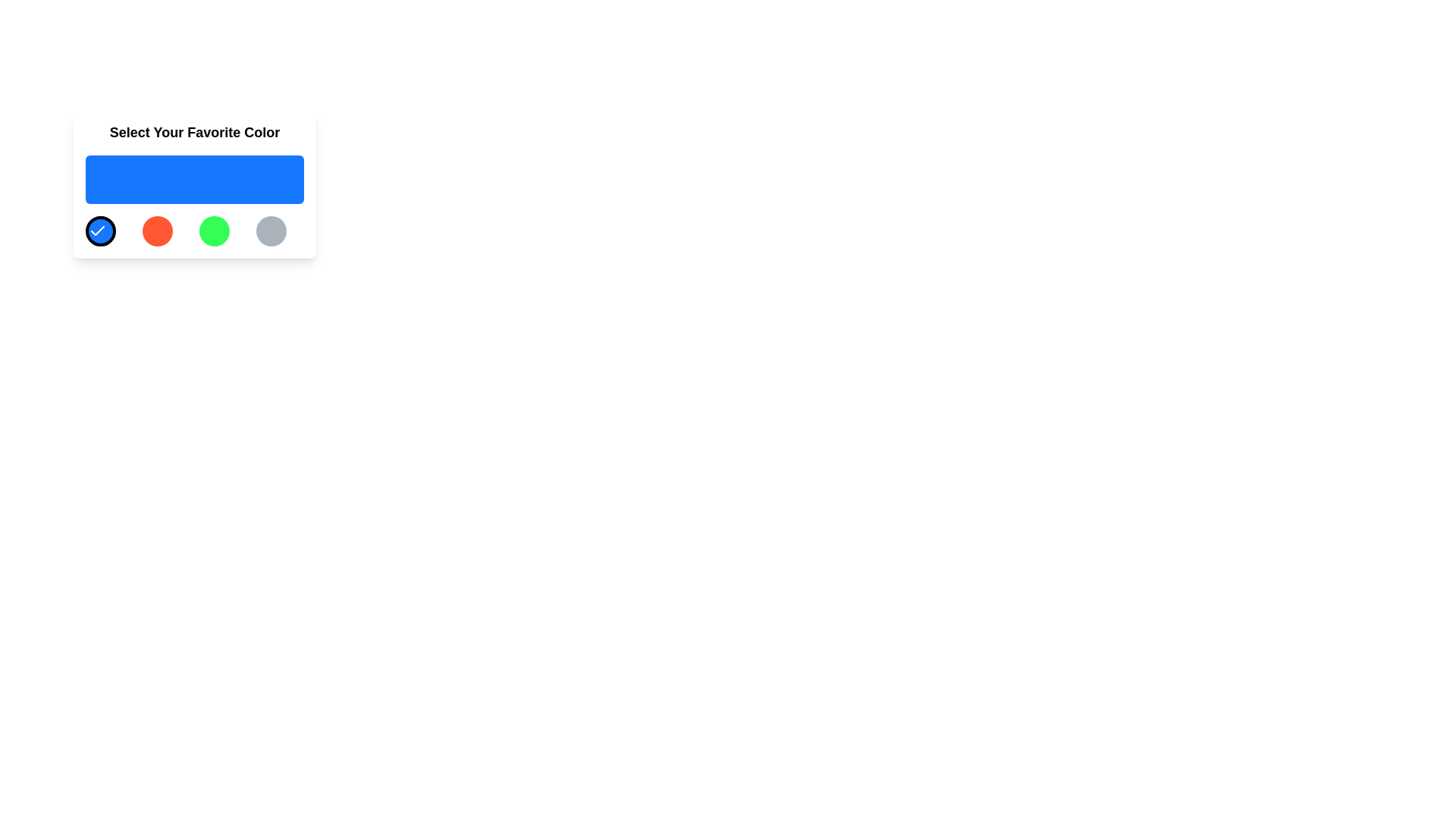 The image size is (1456, 819). What do you see at coordinates (97, 231) in the screenshot?
I see `the checkmark icon inside the blue circular button located in the bottom-left corner of a grid of circular buttons` at bounding box center [97, 231].